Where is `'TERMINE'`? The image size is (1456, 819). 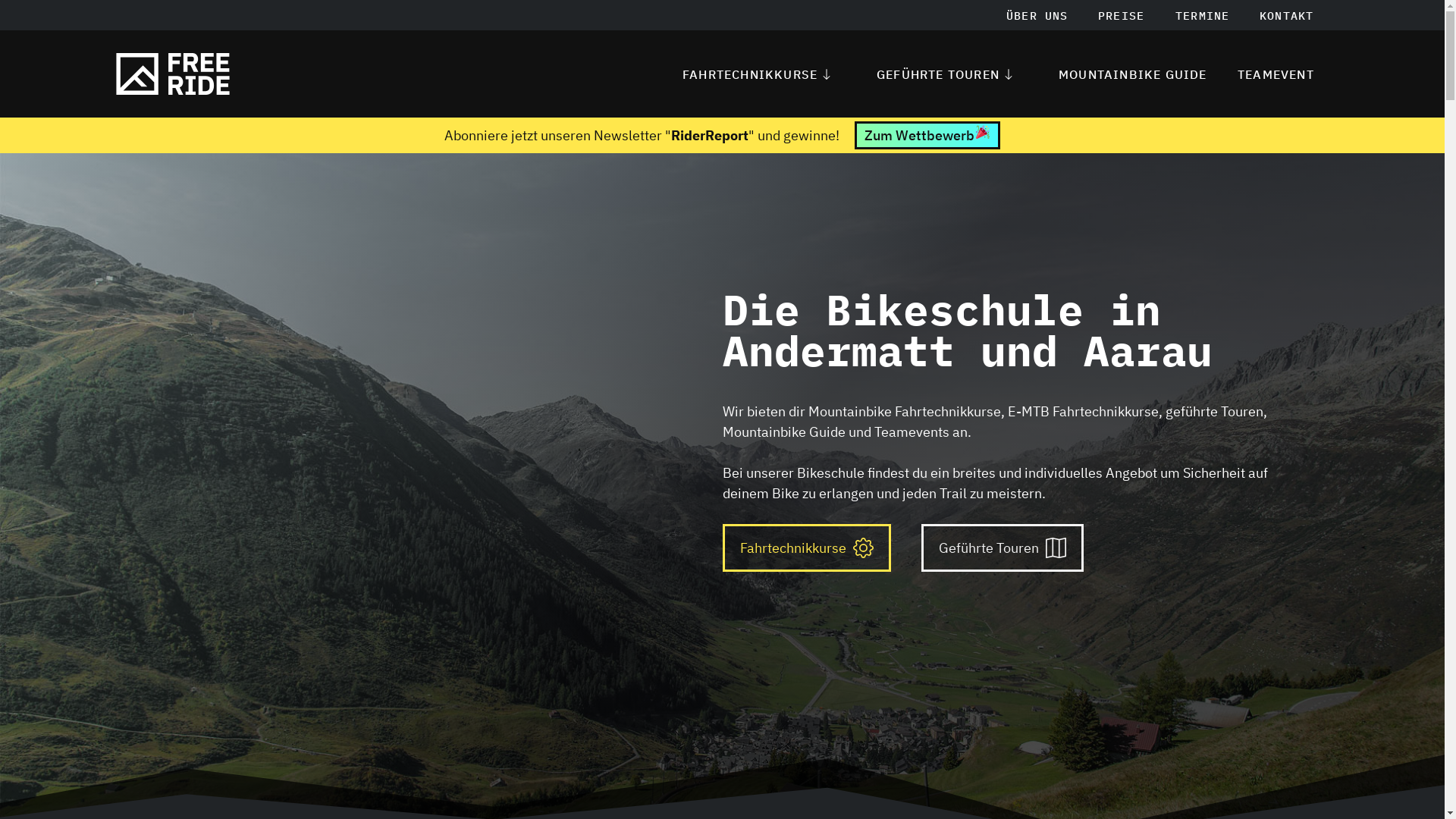
'TERMINE' is located at coordinates (1201, 14).